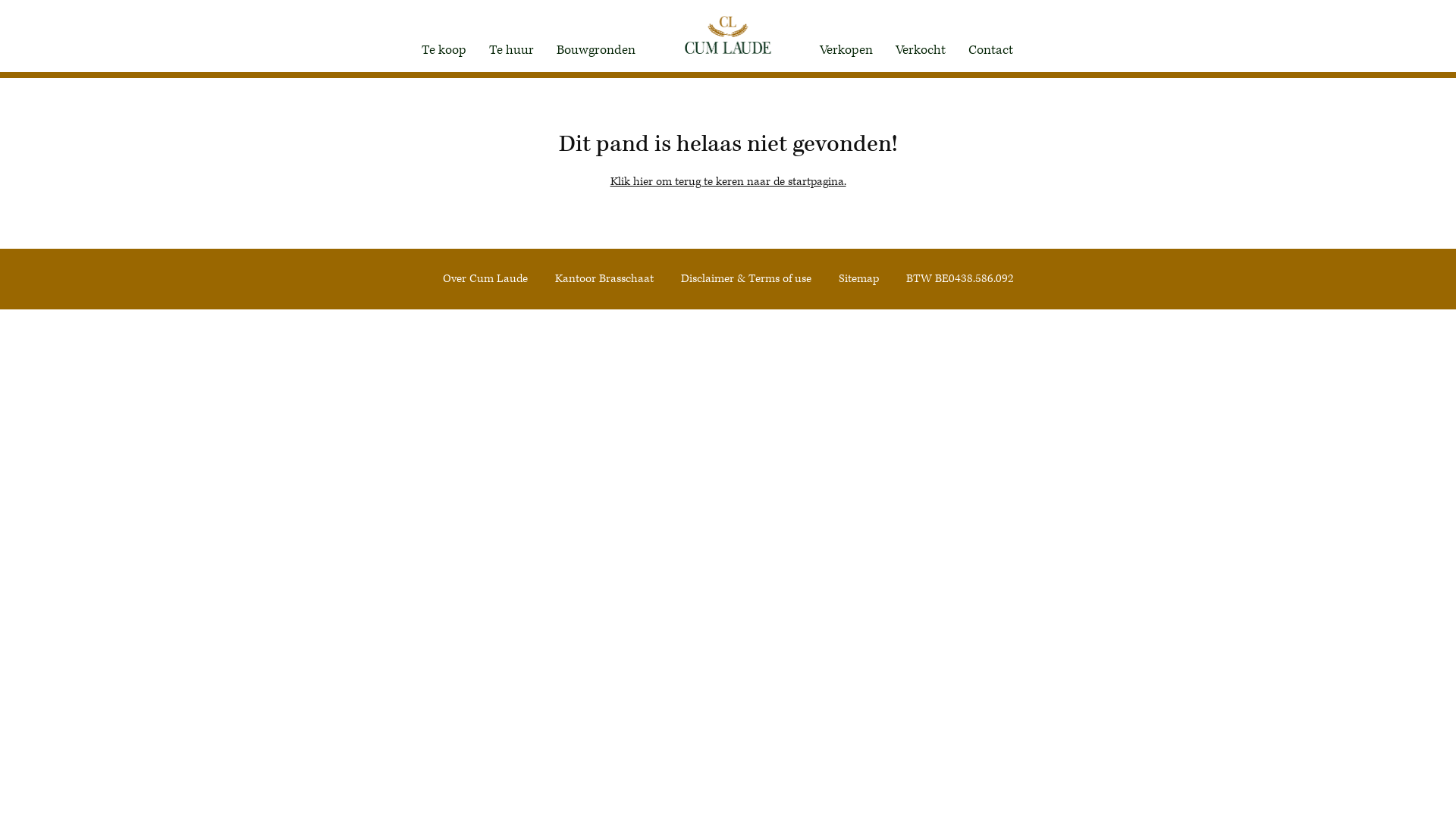 This screenshot has width=1456, height=819. What do you see at coordinates (990, 49) in the screenshot?
I see `'Contact'` at bounding box center [990, 49].